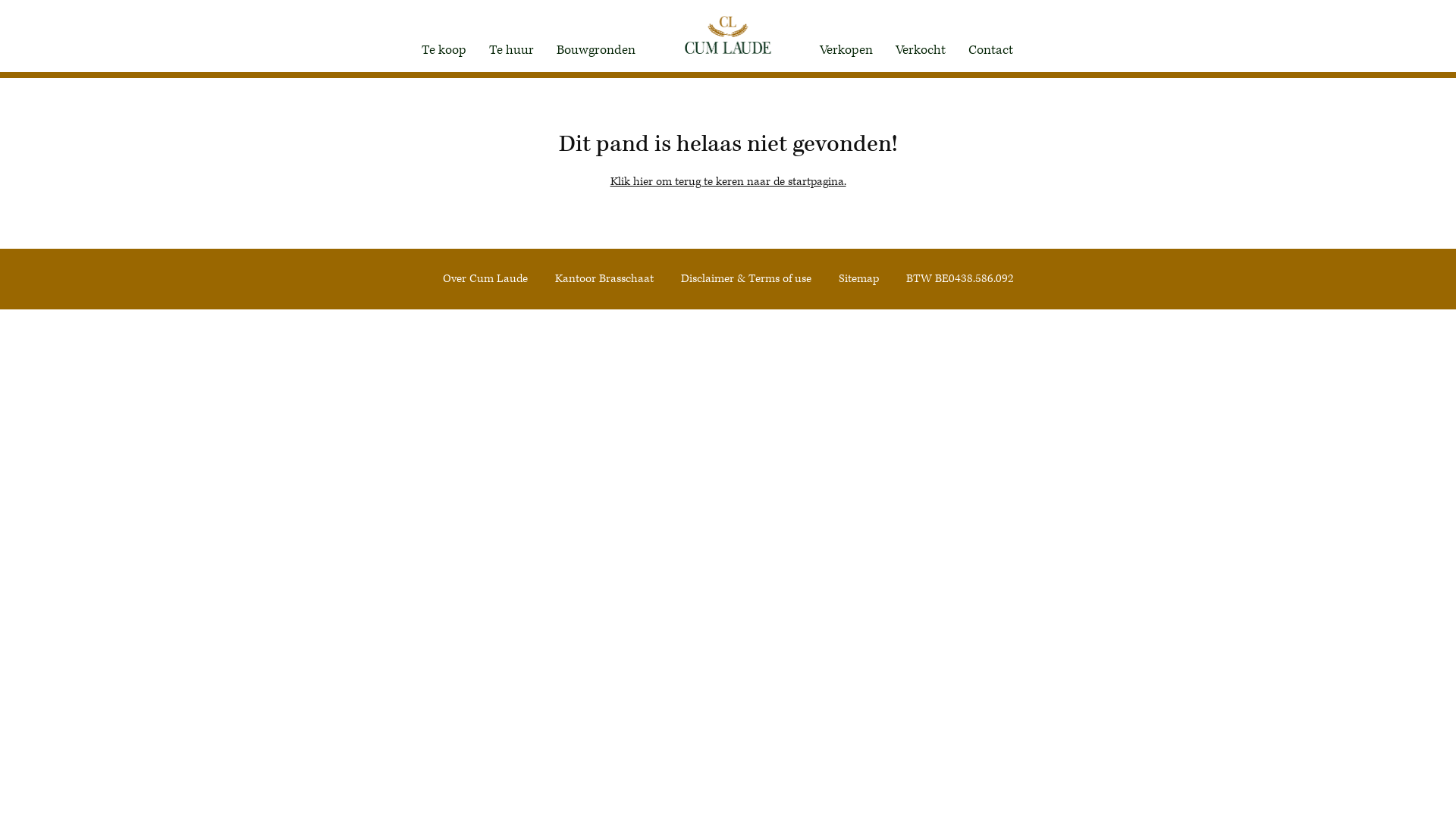 This screenshot has width=1456, height=819. What do you see at coordinates (990, 49) in the screenshot?
I see `'Contact'` at bounding box center [990, 49].